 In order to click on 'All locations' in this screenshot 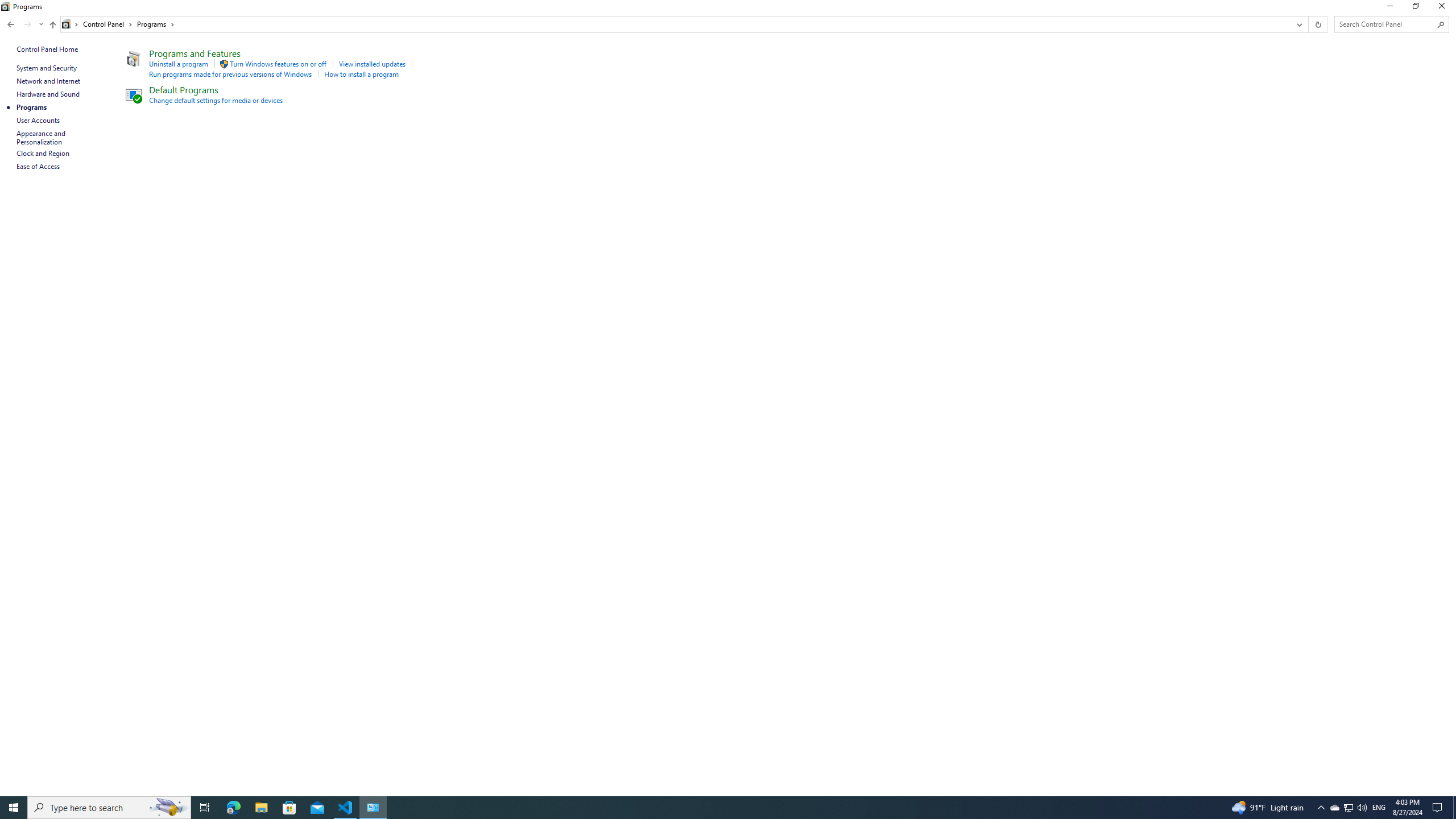, I will do `click(70, 24)`.